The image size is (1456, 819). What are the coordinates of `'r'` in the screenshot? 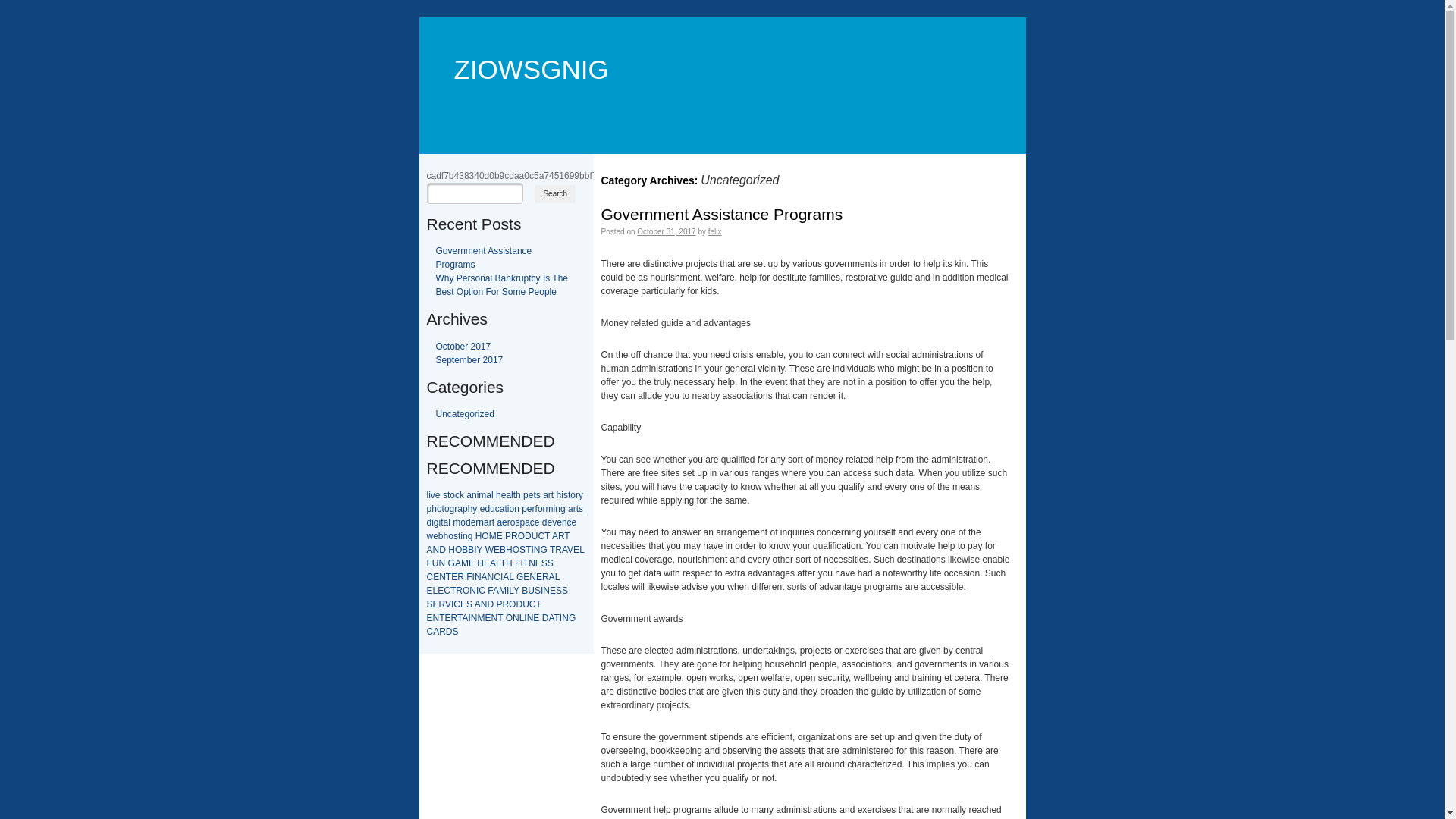 It's located at (488, 522).